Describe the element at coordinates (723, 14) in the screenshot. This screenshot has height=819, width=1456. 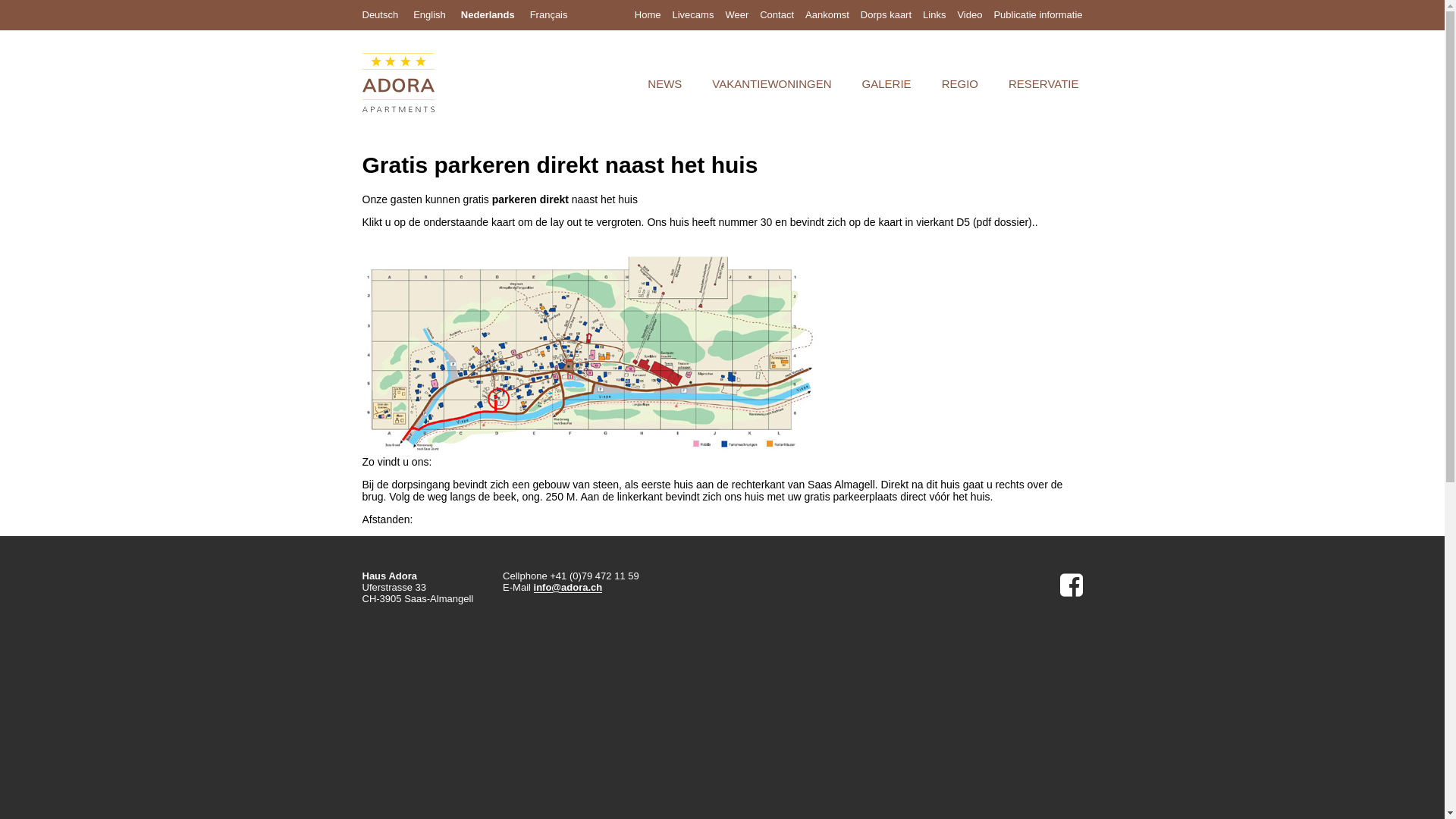
I see `'Weer'` at that location.